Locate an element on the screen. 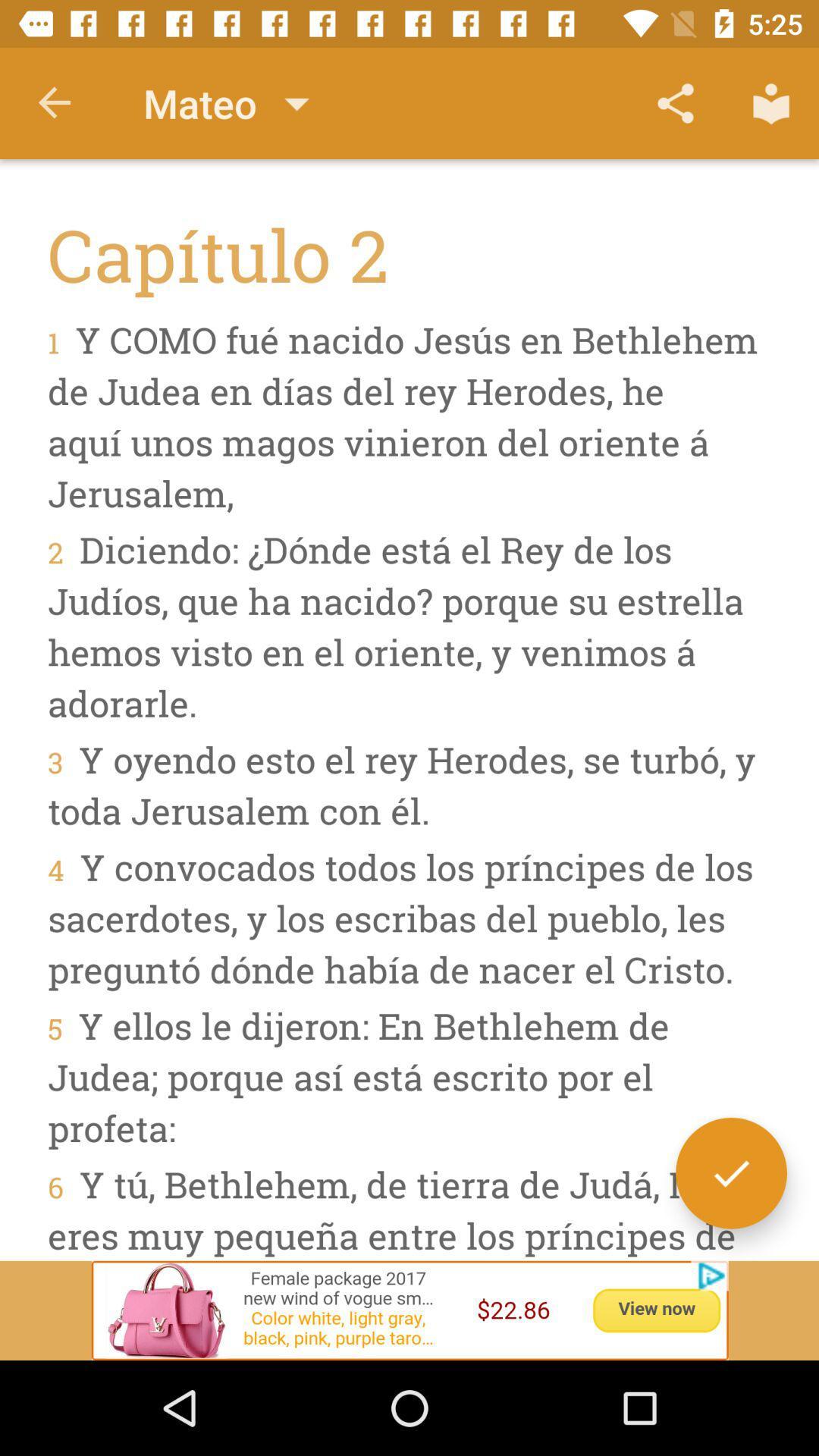 This screenshot has height=1456, width=819. icon at the bottom right corner is located at coordinates (730, 1172).